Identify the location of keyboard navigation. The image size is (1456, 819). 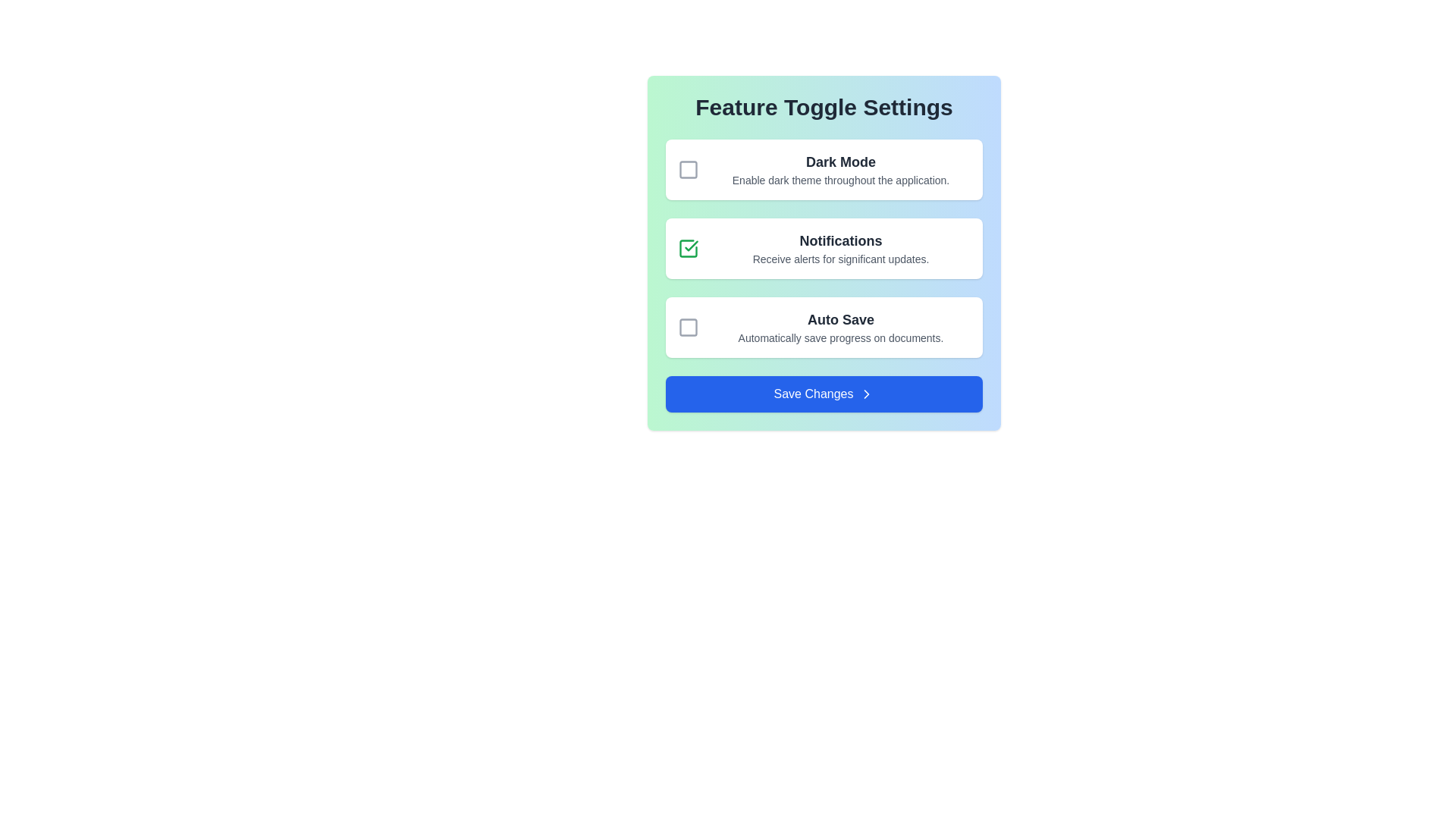
(687, 247).